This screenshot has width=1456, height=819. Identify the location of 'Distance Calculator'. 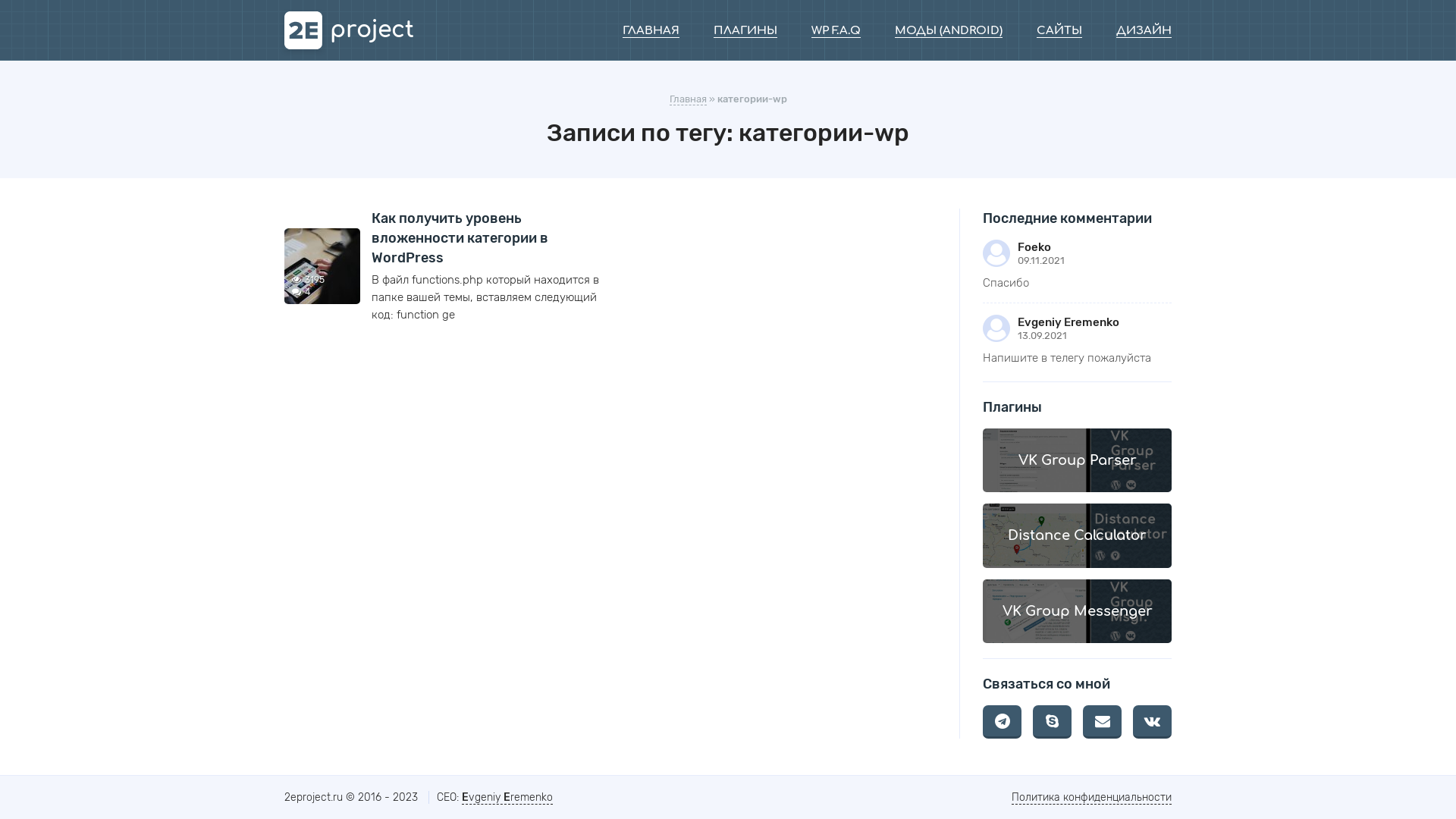
(1076, 534).